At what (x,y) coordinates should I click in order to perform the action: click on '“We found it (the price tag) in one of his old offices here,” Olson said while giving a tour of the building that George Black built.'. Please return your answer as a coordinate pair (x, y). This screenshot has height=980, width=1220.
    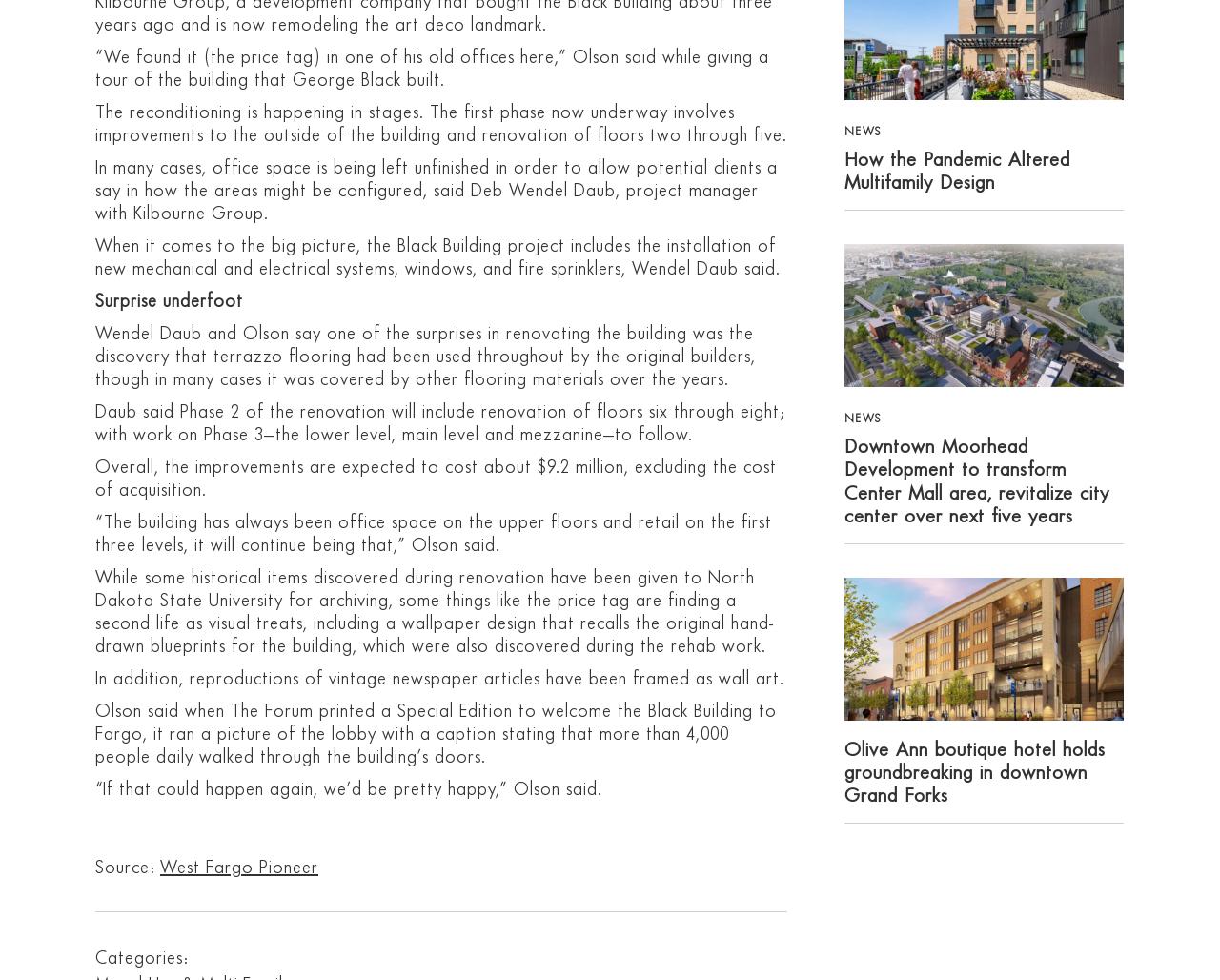
    Looking at the image, I should click on (431, 67).